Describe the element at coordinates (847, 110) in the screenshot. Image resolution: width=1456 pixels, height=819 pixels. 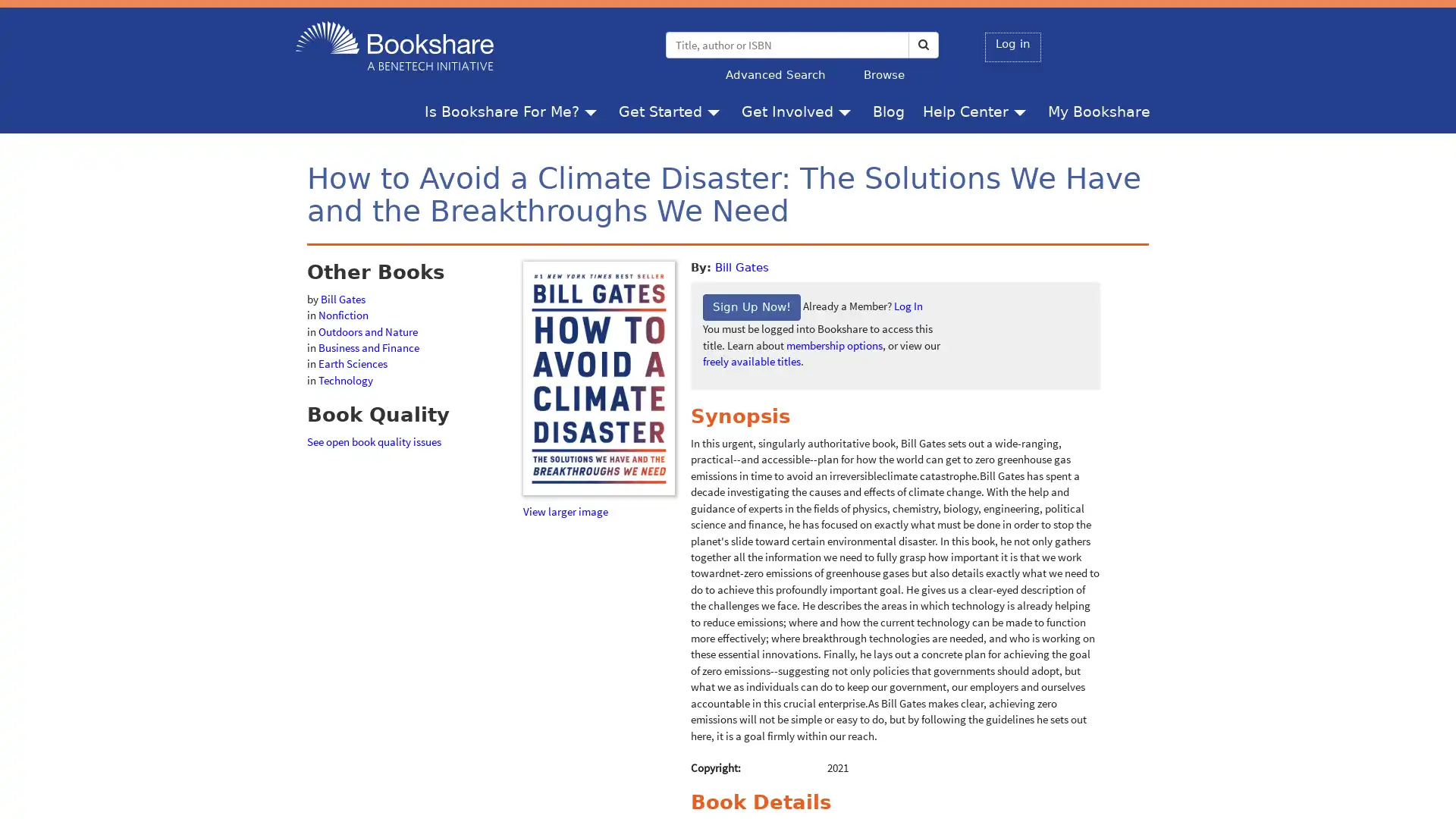
I see `Get Involved menu` at that location.